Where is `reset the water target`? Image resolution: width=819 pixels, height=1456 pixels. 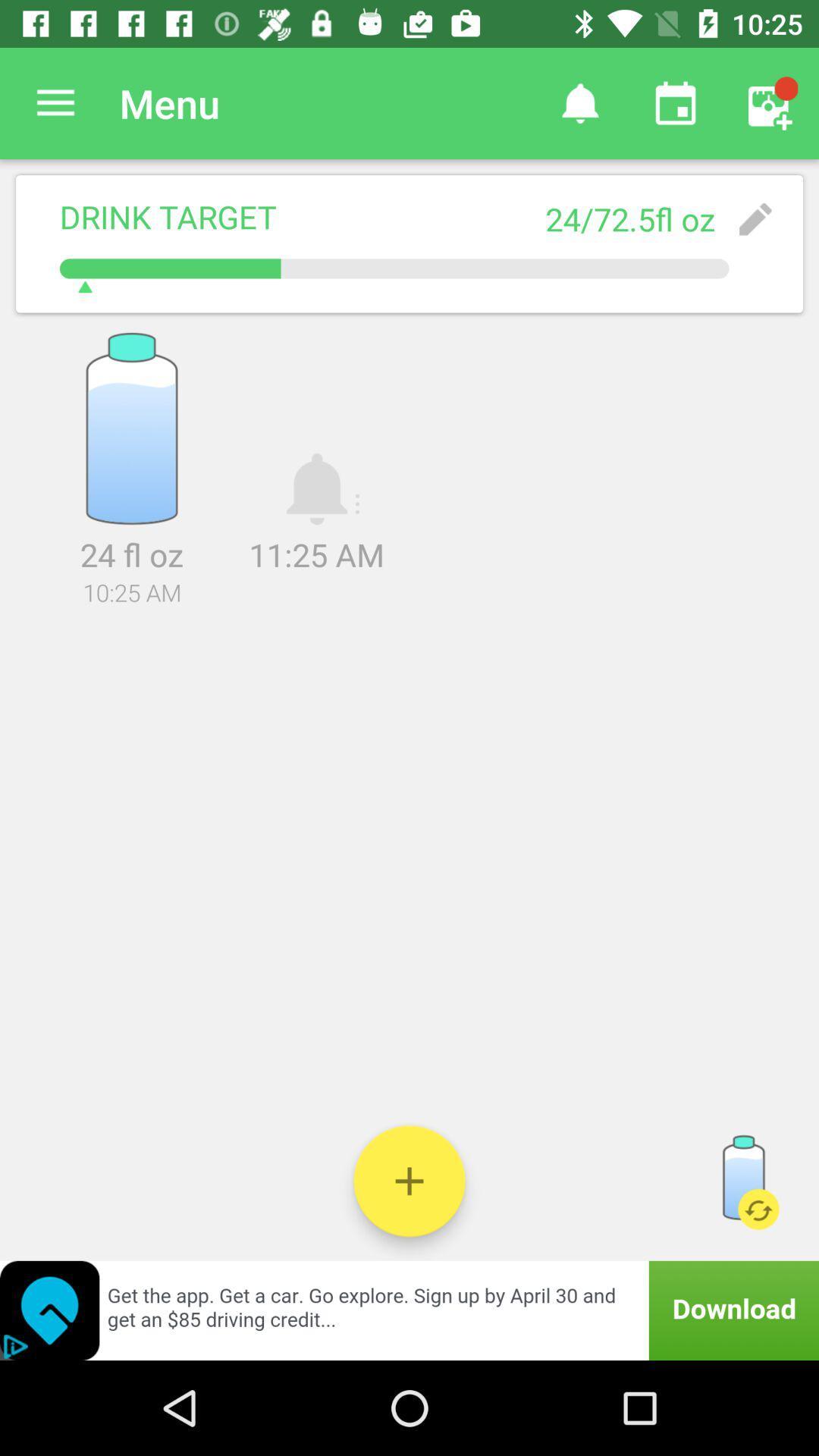
reset the water target is located at coordinates (742, 1180).